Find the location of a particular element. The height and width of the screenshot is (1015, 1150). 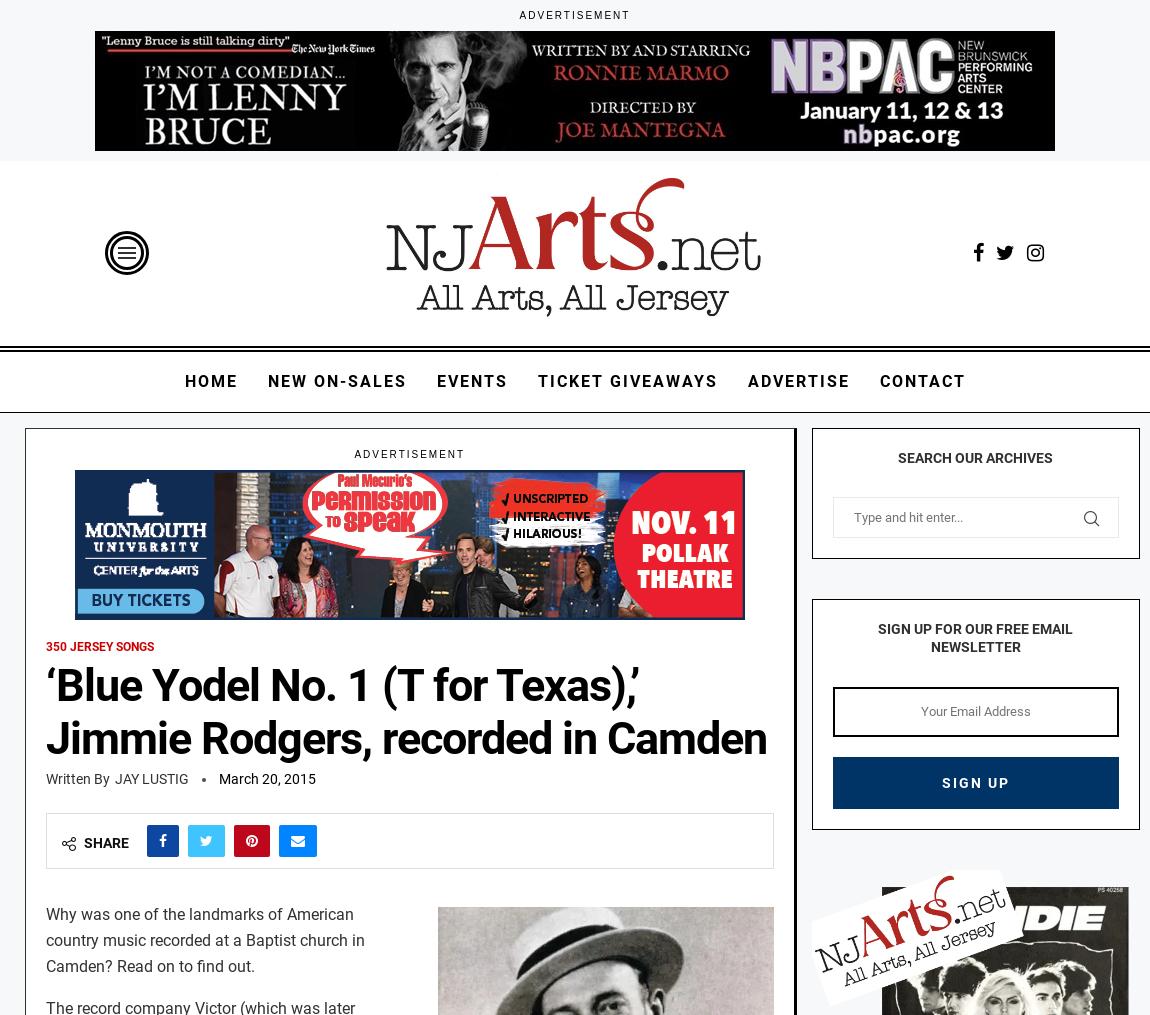

'‘Blue Yodel No. 1 (T for Texas),’ Jimmie Rodgers, recorded in Camden' is located at coordinates (406, 712).